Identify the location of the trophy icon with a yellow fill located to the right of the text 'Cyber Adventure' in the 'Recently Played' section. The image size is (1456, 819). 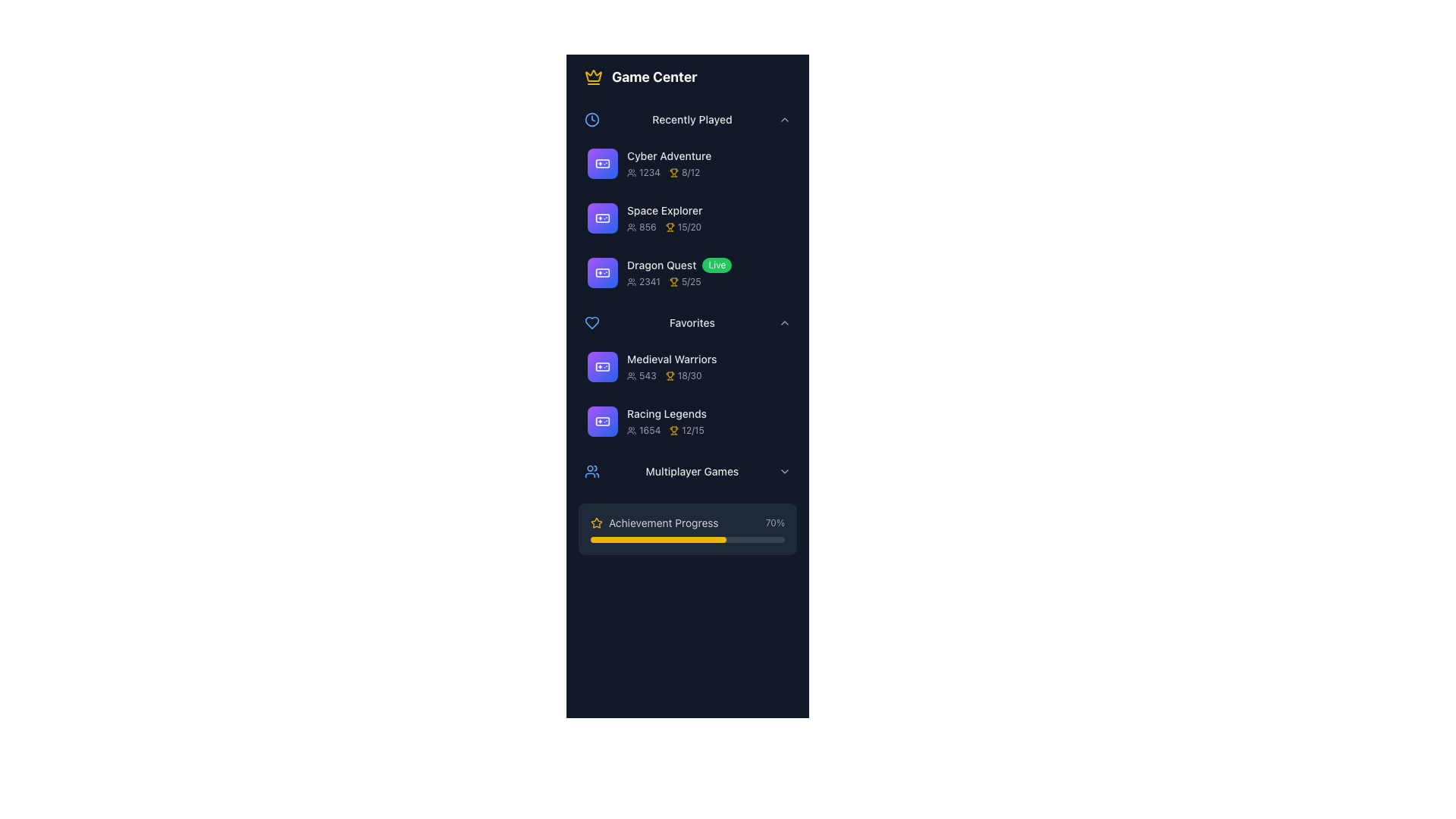
(673, 171).